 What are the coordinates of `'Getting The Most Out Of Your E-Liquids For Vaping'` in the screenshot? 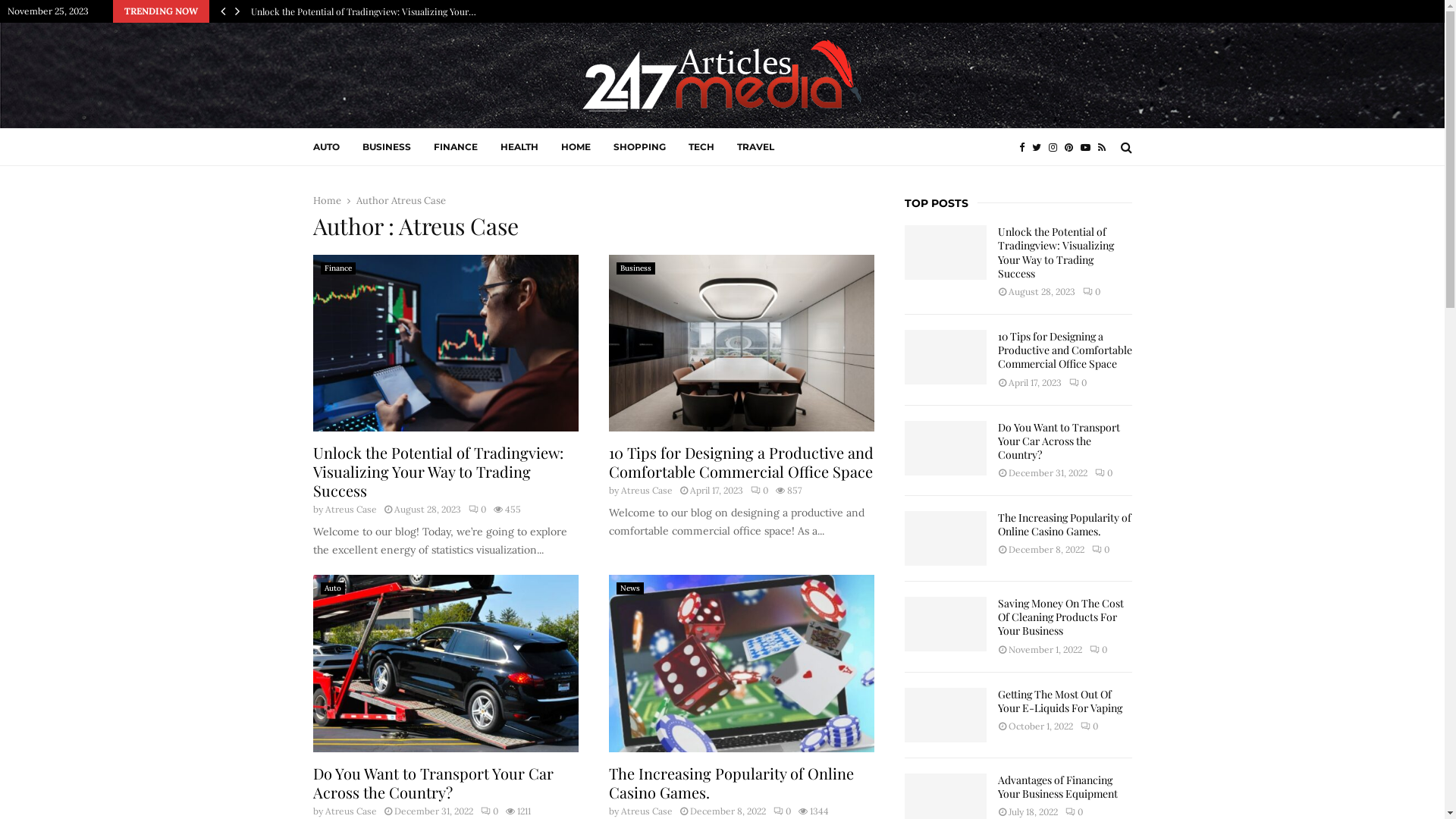 It's located at (944, 714).